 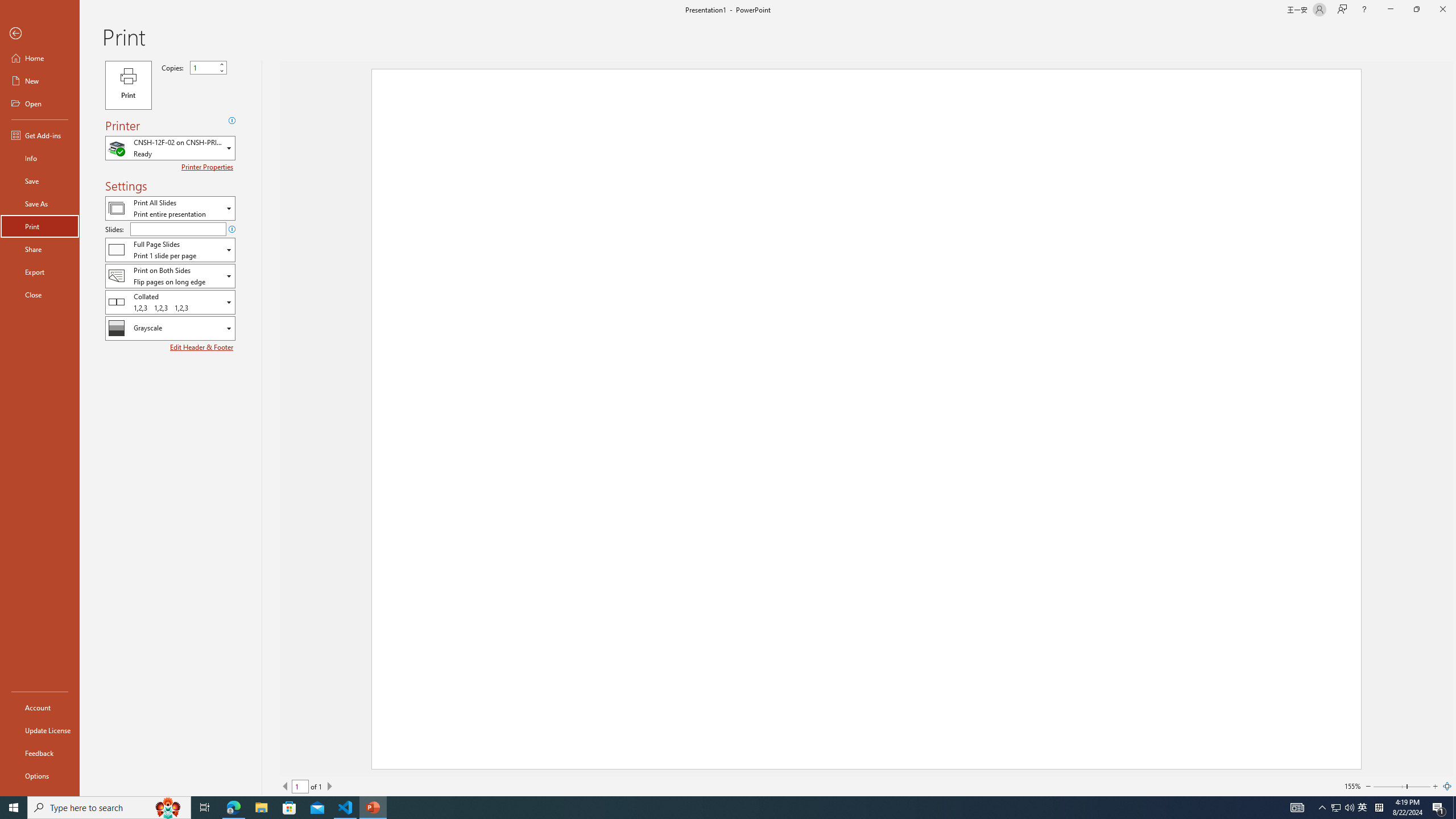 I want to click on 'Save As', so click(x=39, y=202).